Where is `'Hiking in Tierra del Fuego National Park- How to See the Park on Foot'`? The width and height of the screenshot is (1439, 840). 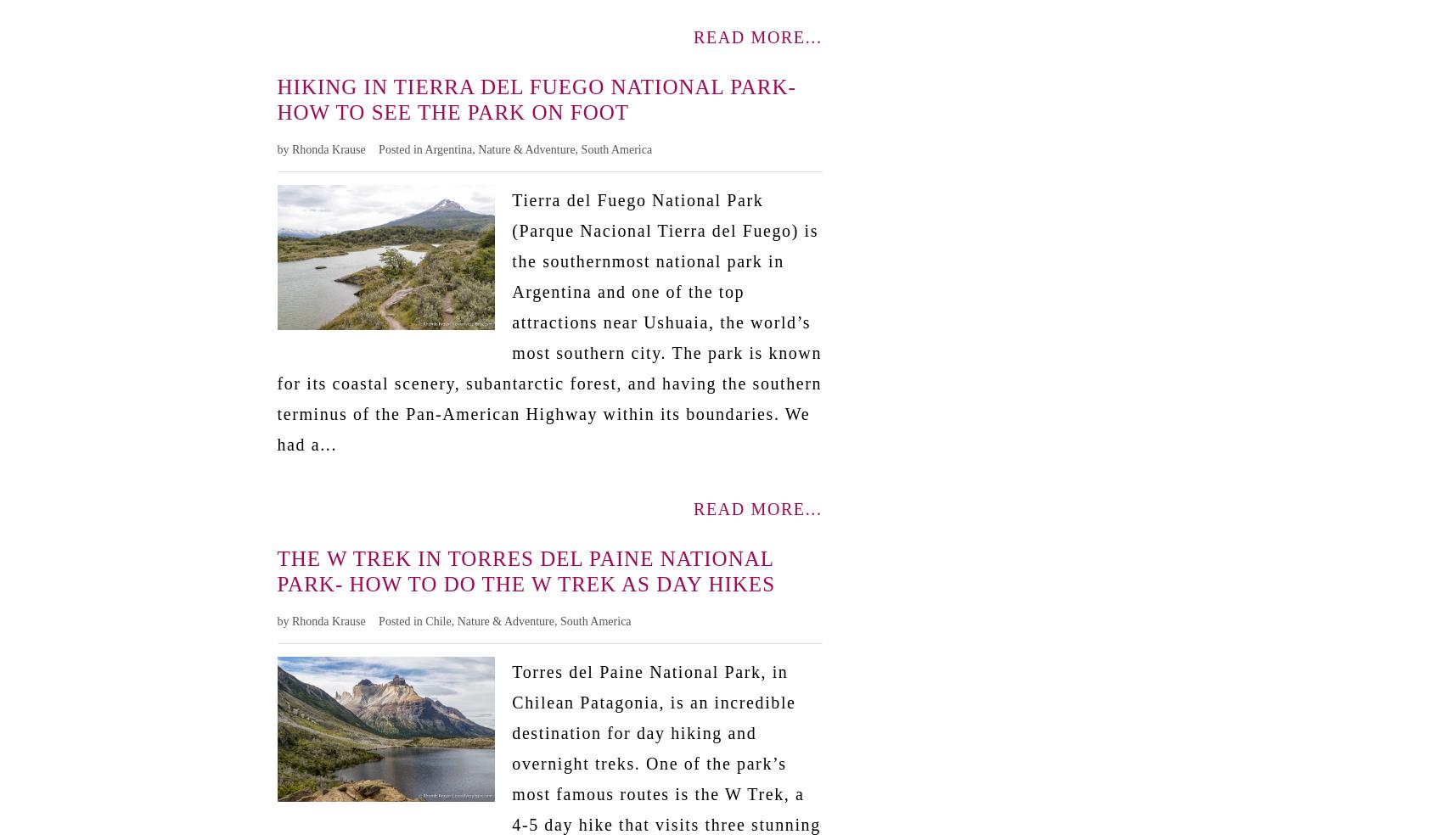
'Hiking in Tierra del Fuego National Park- How to See the Park on Foot' is located at coordinates (535, 98).